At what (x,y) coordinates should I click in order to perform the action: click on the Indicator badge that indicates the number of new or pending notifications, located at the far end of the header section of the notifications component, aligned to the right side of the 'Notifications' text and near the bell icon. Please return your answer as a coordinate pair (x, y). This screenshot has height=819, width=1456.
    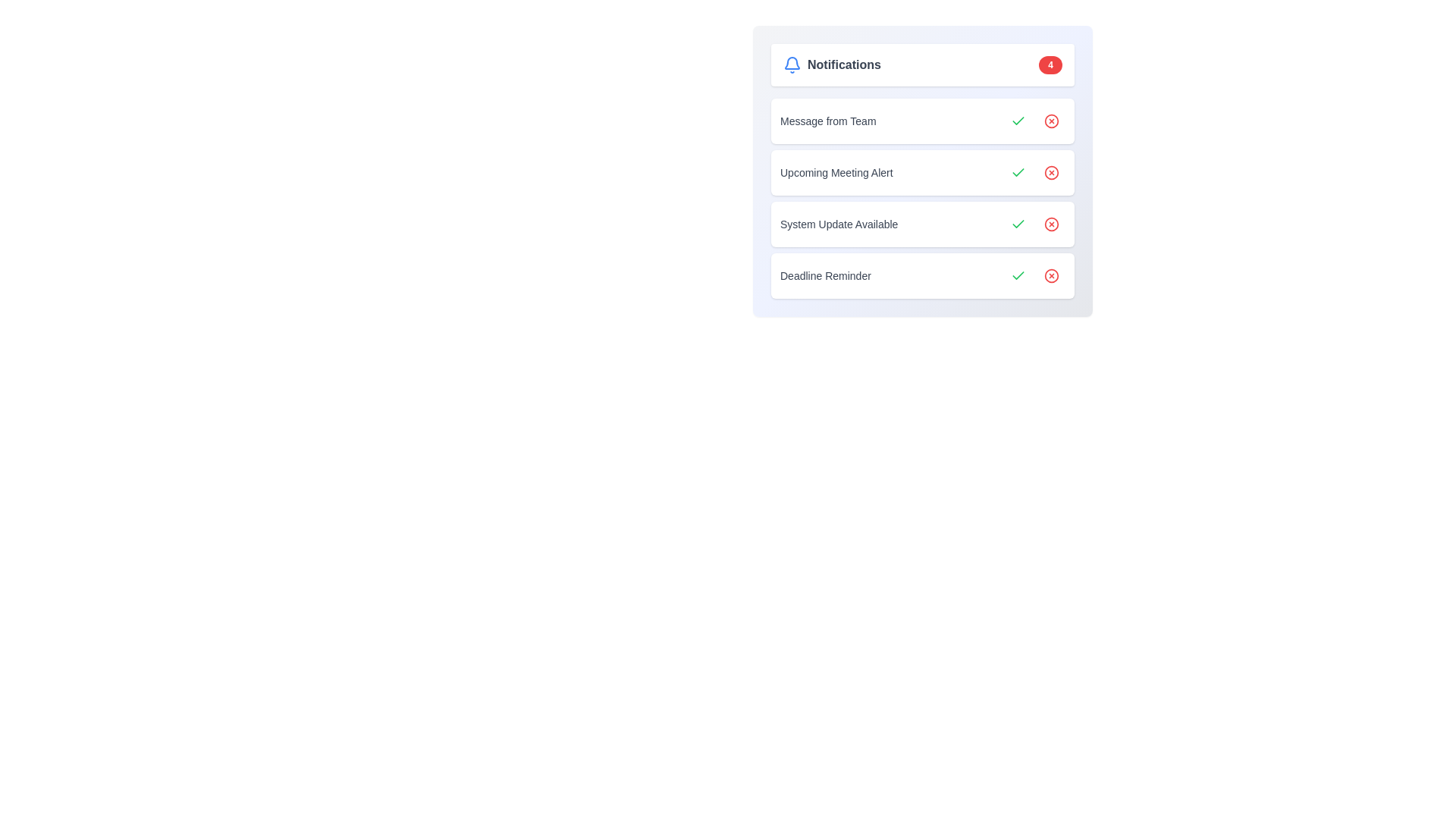
    Looking at the image, I should click on (1050, 64).